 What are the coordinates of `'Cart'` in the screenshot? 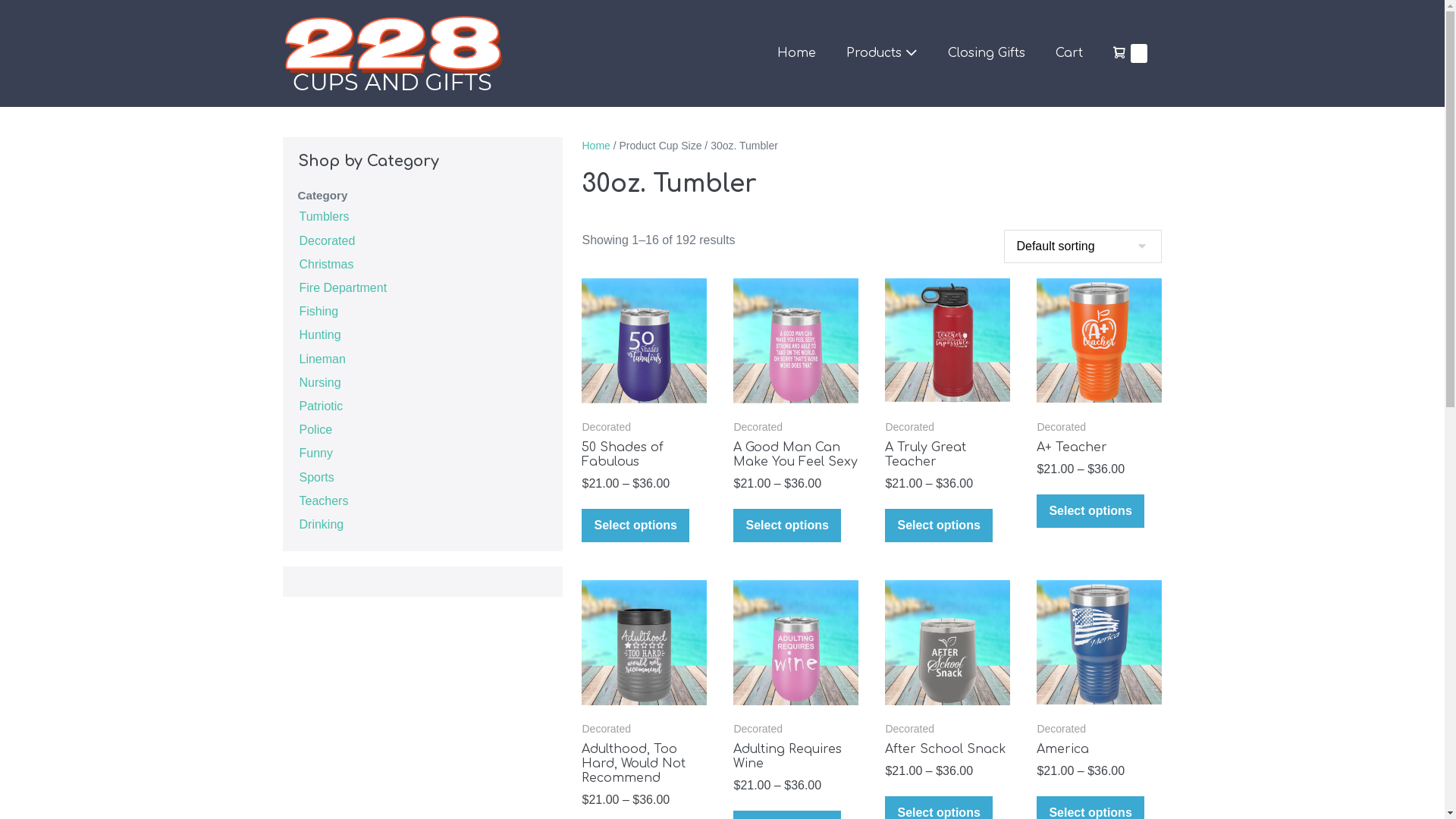 It's located at (1068, 52).